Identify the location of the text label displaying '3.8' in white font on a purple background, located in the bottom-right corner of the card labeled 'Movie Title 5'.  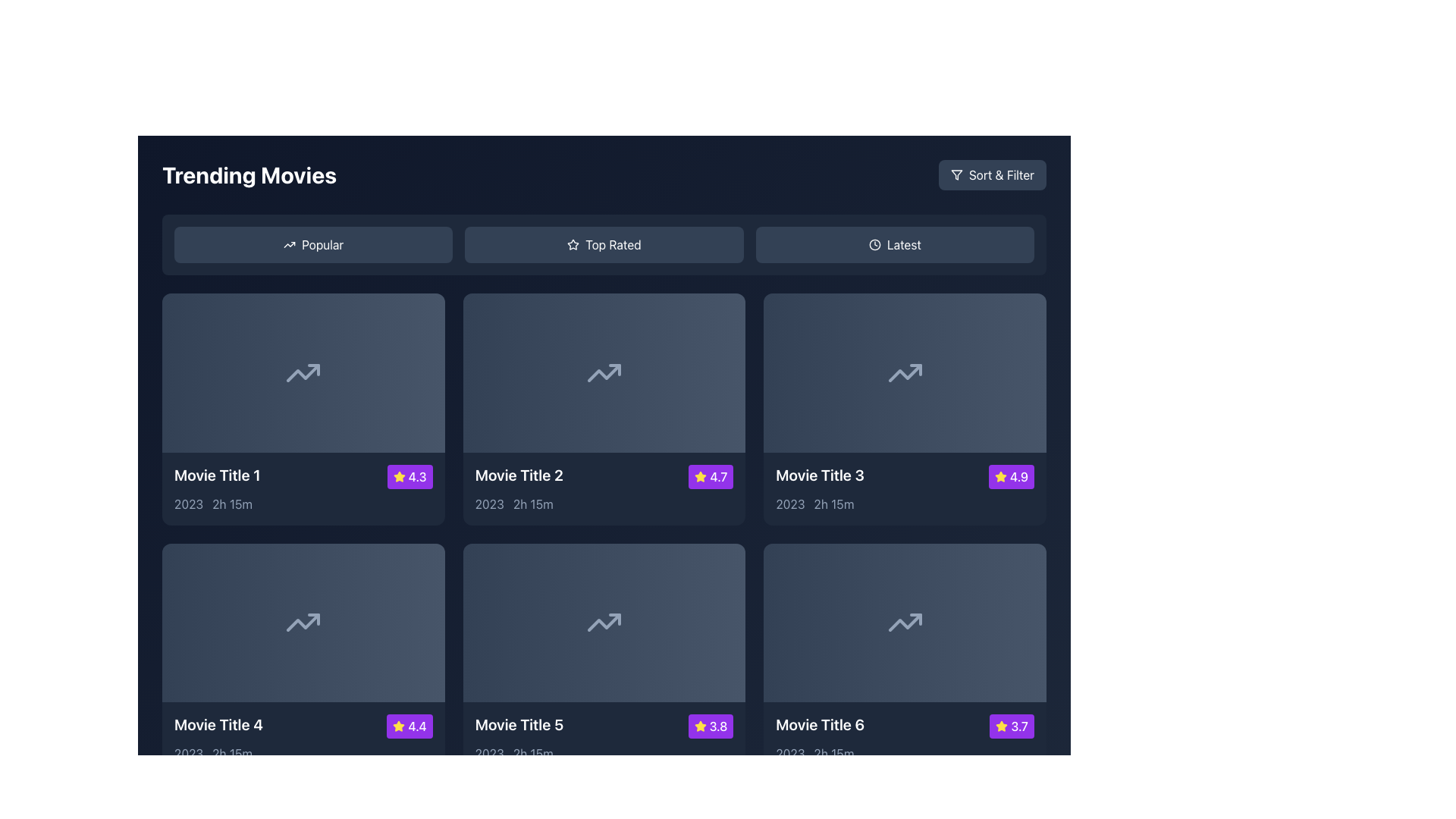
(717, 726).